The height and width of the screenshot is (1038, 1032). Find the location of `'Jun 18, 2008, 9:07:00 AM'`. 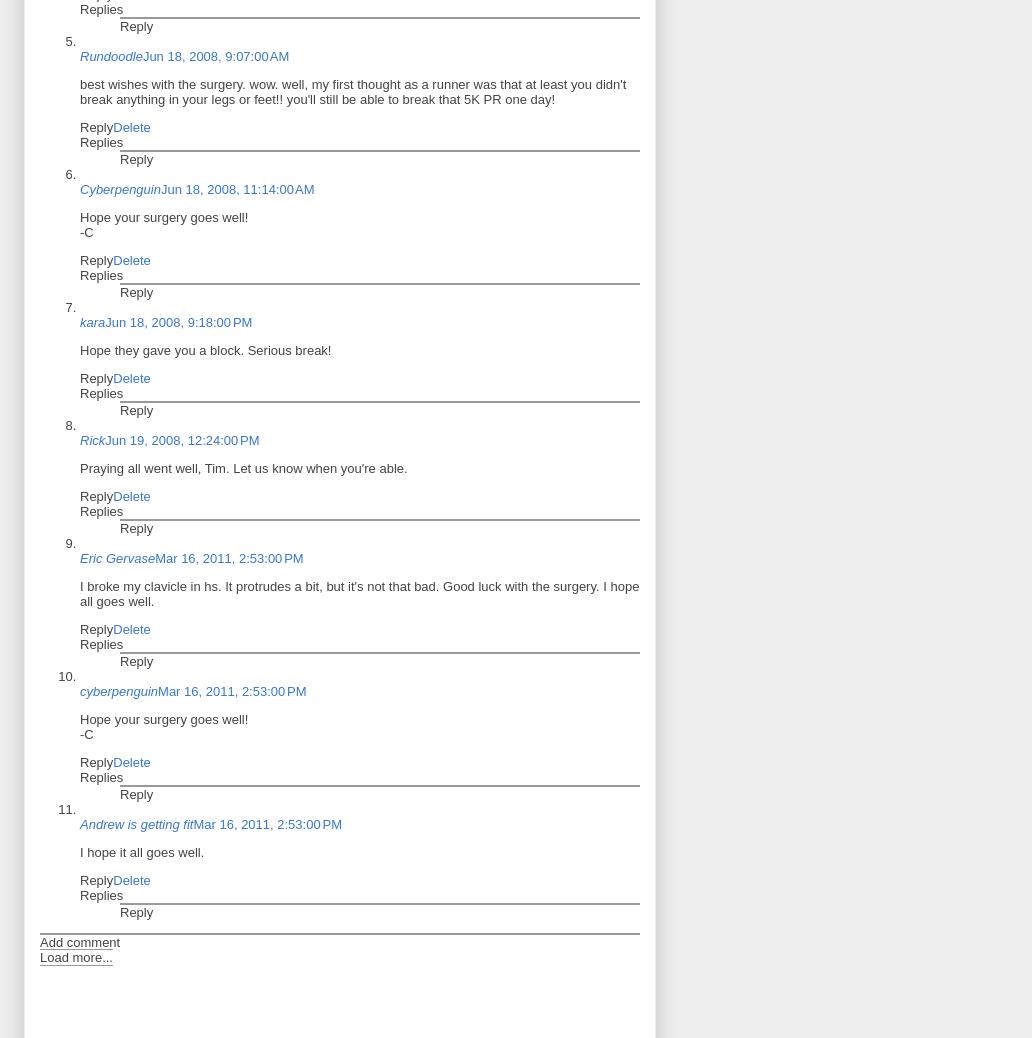

'Jun 18, 2008, 9:07:00 AM' is located at coordinates (214, 54).